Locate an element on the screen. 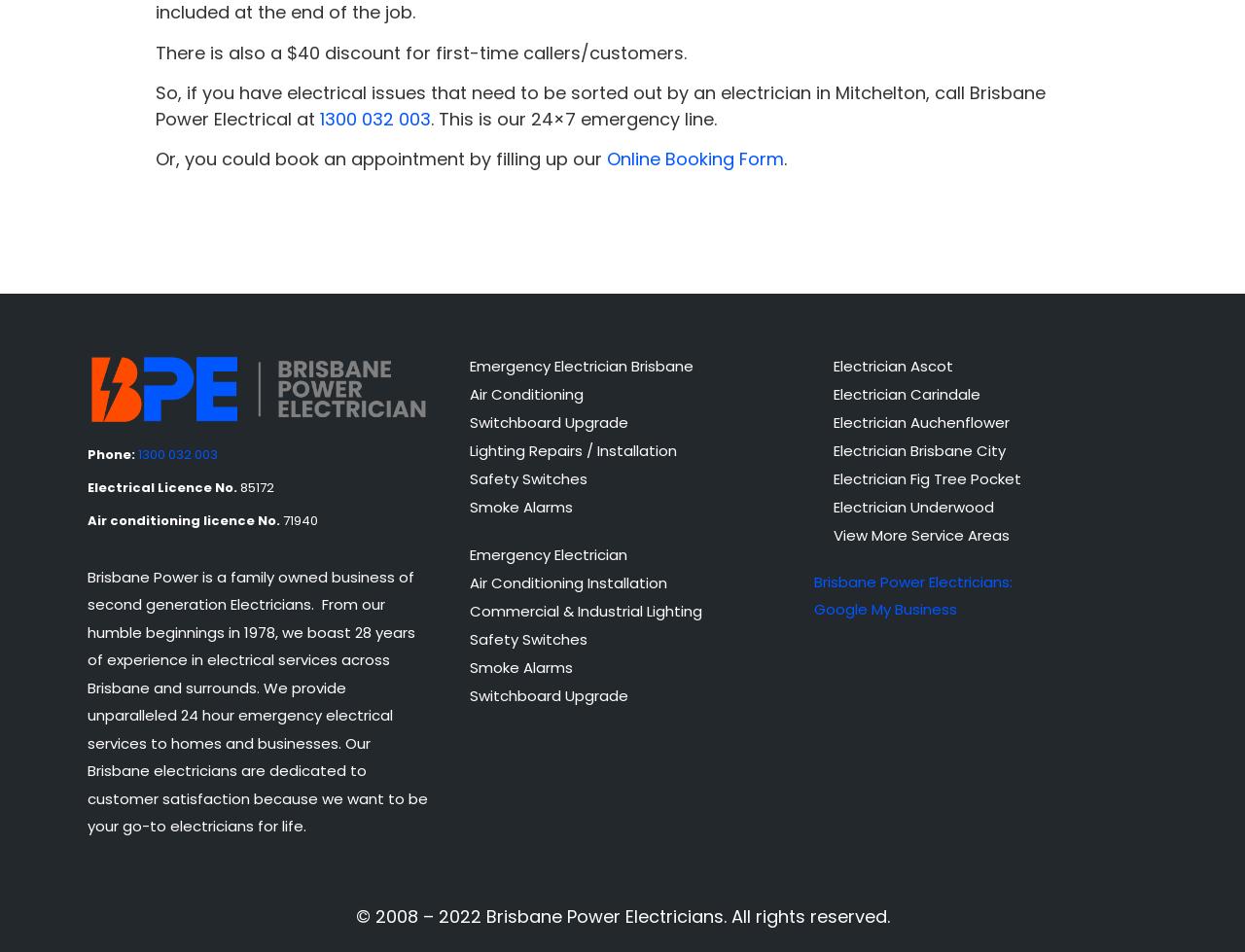 Image resolution: width=1245 pixels, height=952 pixels. 'Electrician Underwood' is located at coordinates (911, 505).